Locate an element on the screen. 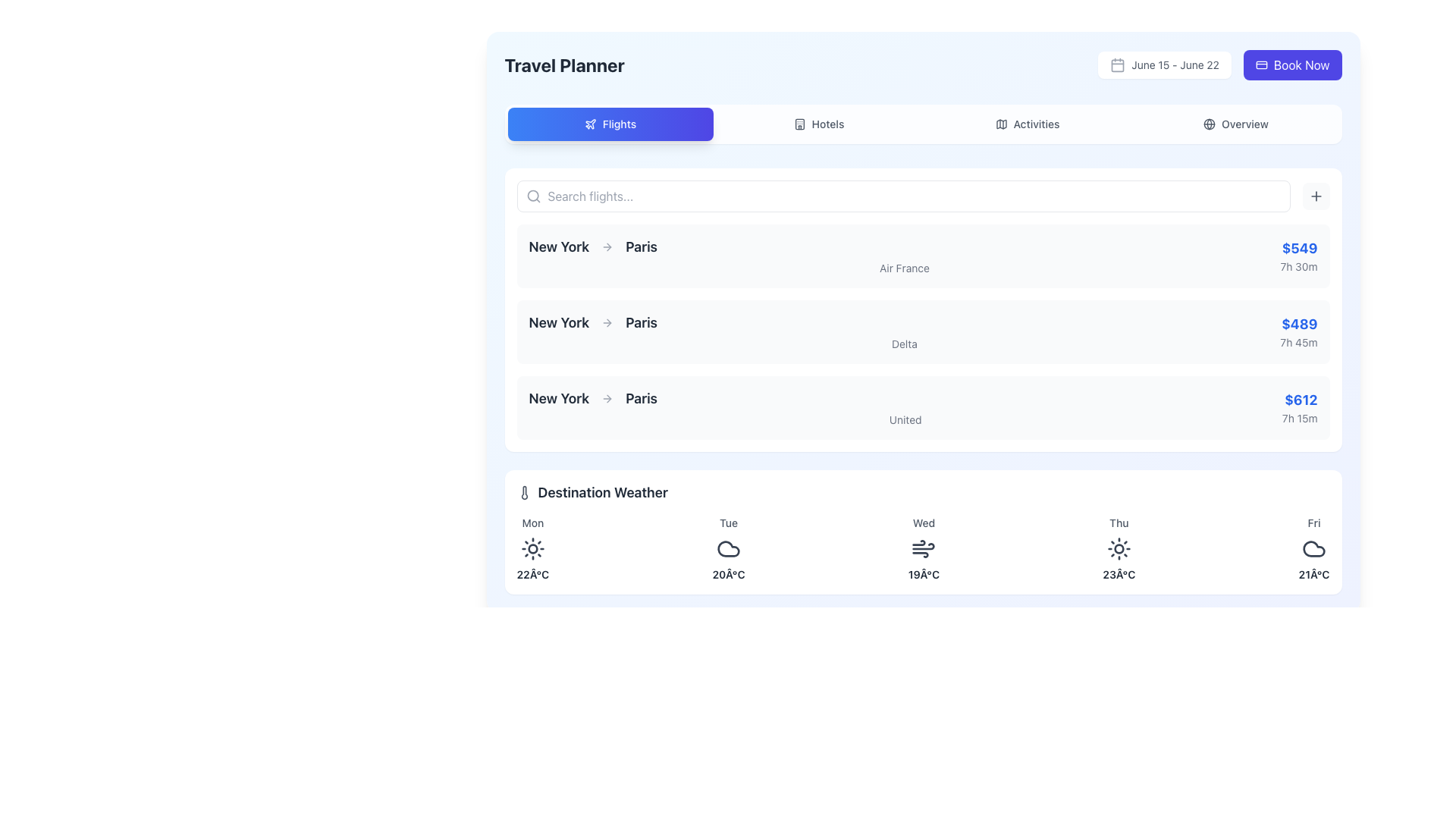  the bold text displaying the price '$612' in blue color, located in the third column of the flight options section for 'United' is located at coordinates (1299, 400).